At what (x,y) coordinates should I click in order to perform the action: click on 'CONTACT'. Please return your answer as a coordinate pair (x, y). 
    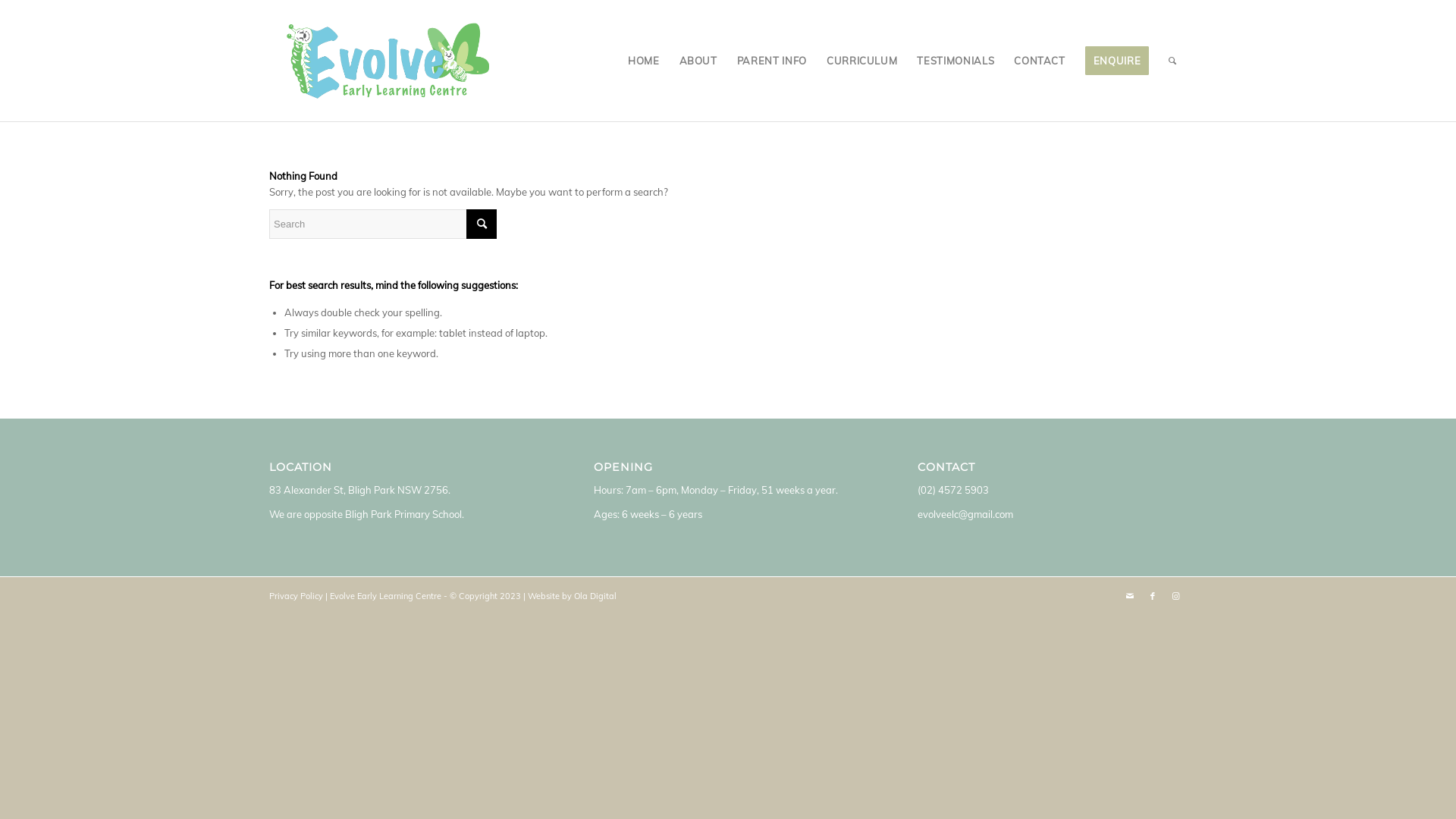
    Looking at the image, I should click on (1004, 60).